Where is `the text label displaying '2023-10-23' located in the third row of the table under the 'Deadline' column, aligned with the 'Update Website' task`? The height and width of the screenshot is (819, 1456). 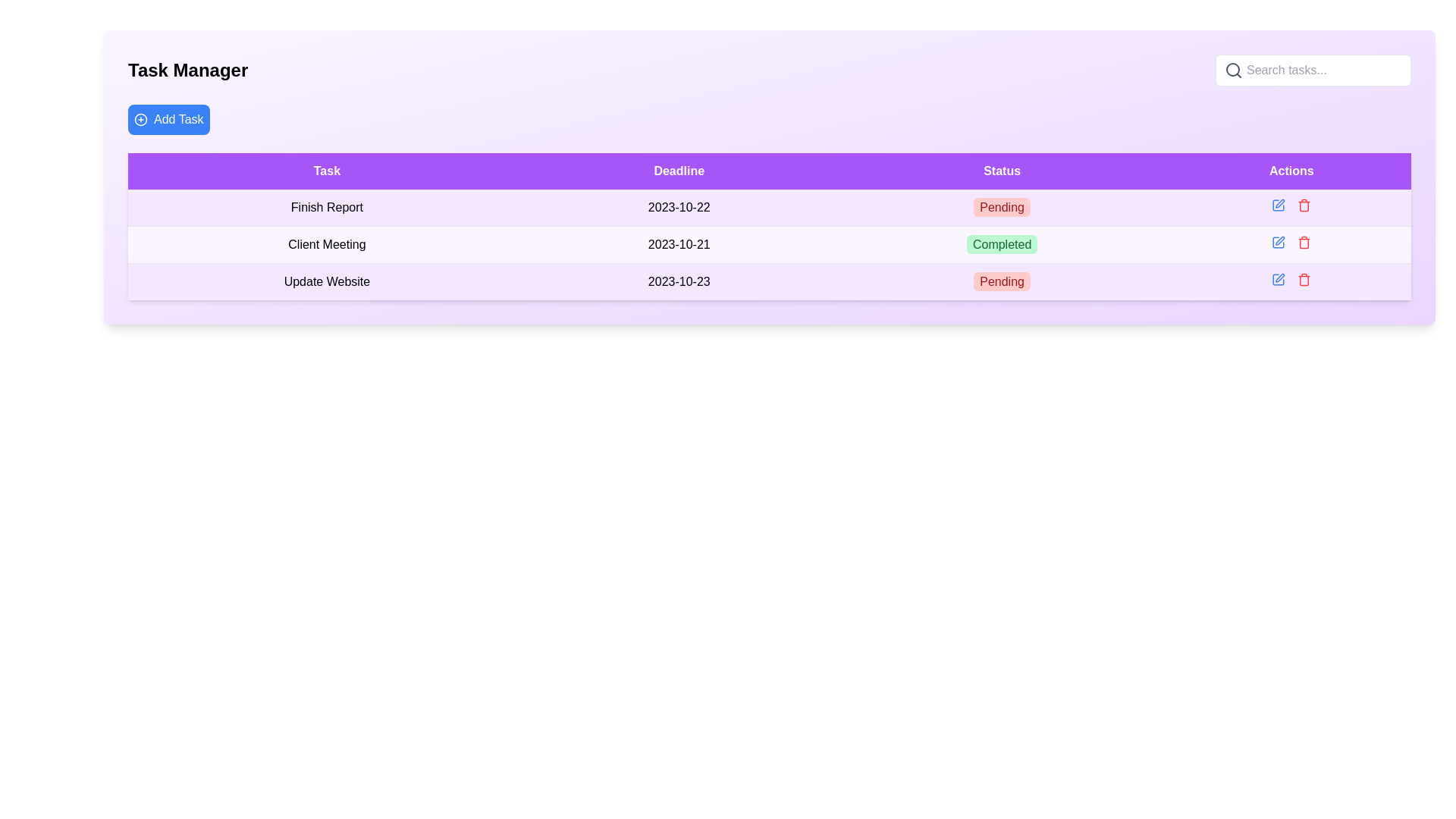 the text label displaying '2023-10-23' located in the third row of the table under the 'Deadline' column, aligned with the 'Update Website' task is located at coordinates (678, 281).